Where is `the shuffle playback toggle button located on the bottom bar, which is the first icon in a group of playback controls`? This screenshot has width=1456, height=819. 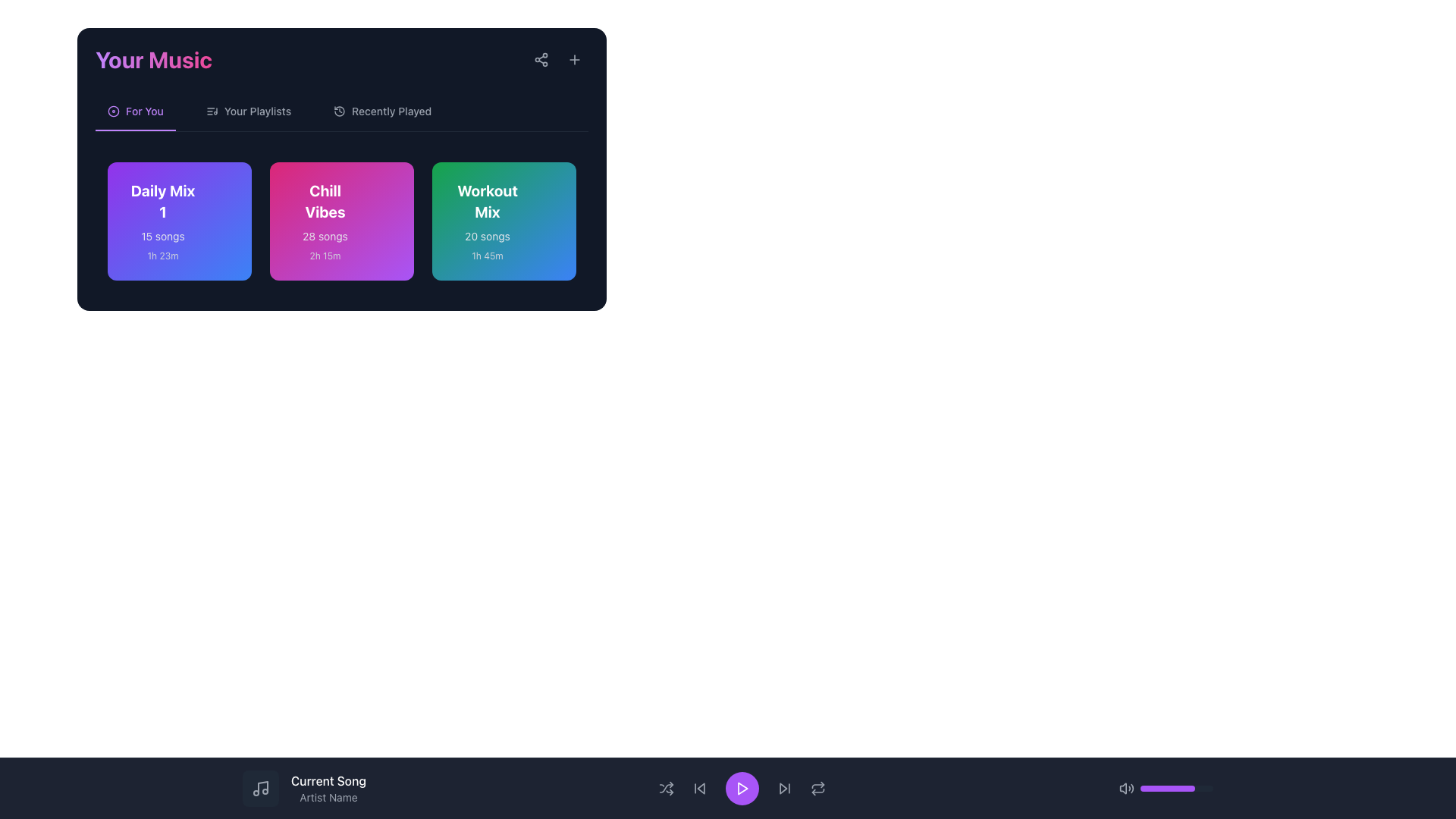 the shuffle playback toggle button located on the bottom bar, which is the first icon in a group of playback controls is located at coordinates (667, 788).